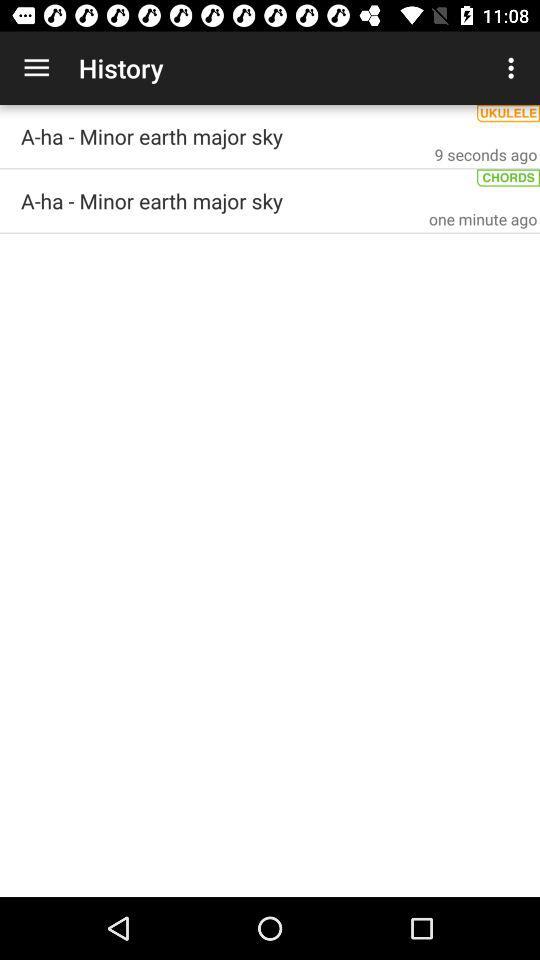 This screenshot has width=540, height=960. I want to click on icon next to the history, so click(36, 68).